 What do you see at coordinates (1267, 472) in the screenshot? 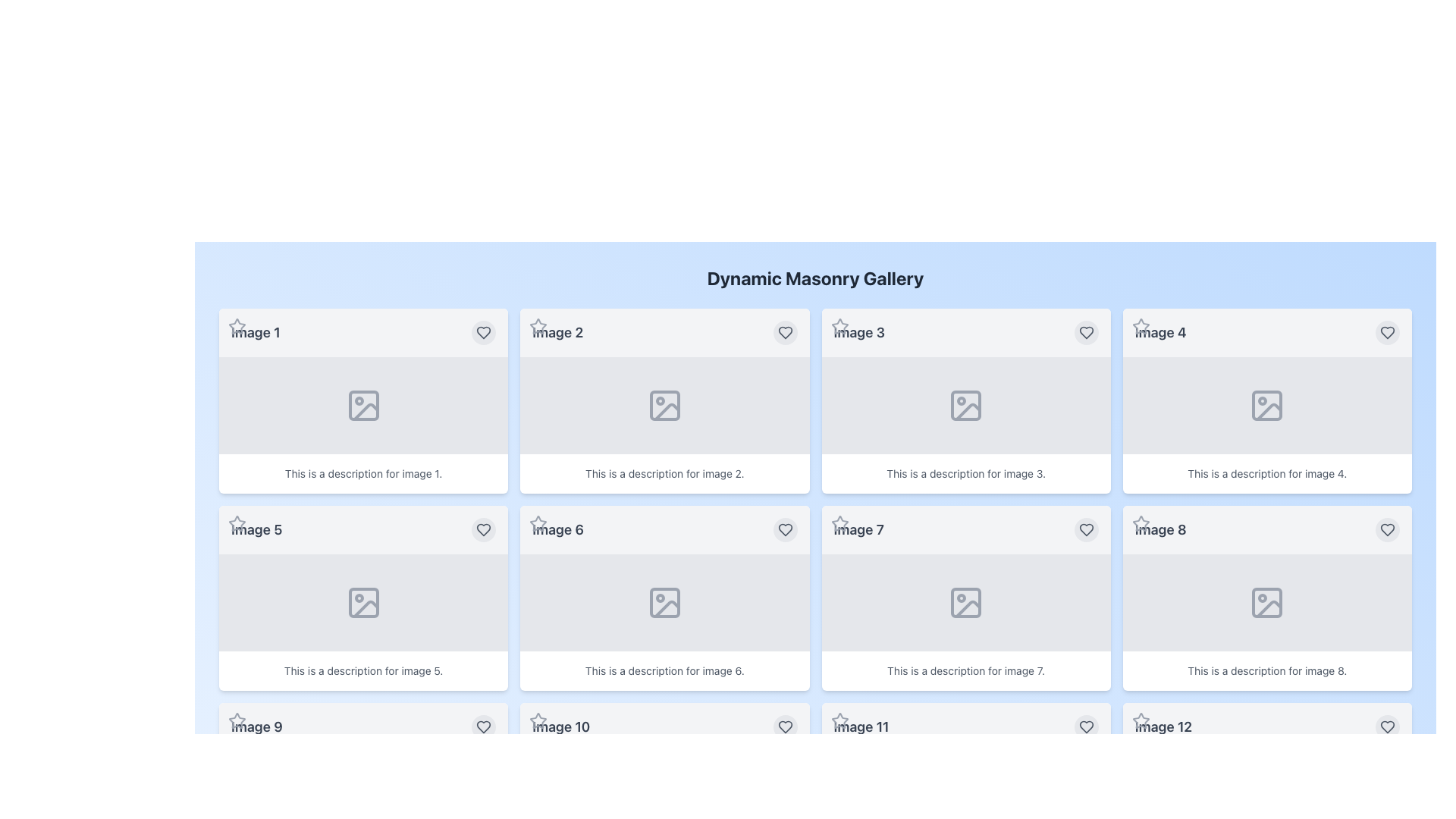
I see `text label that displays 'This is a description for image 4.' located below the image representation of 'Image 4' in the fourth box of the top row` at bounding box center [1267, 472].